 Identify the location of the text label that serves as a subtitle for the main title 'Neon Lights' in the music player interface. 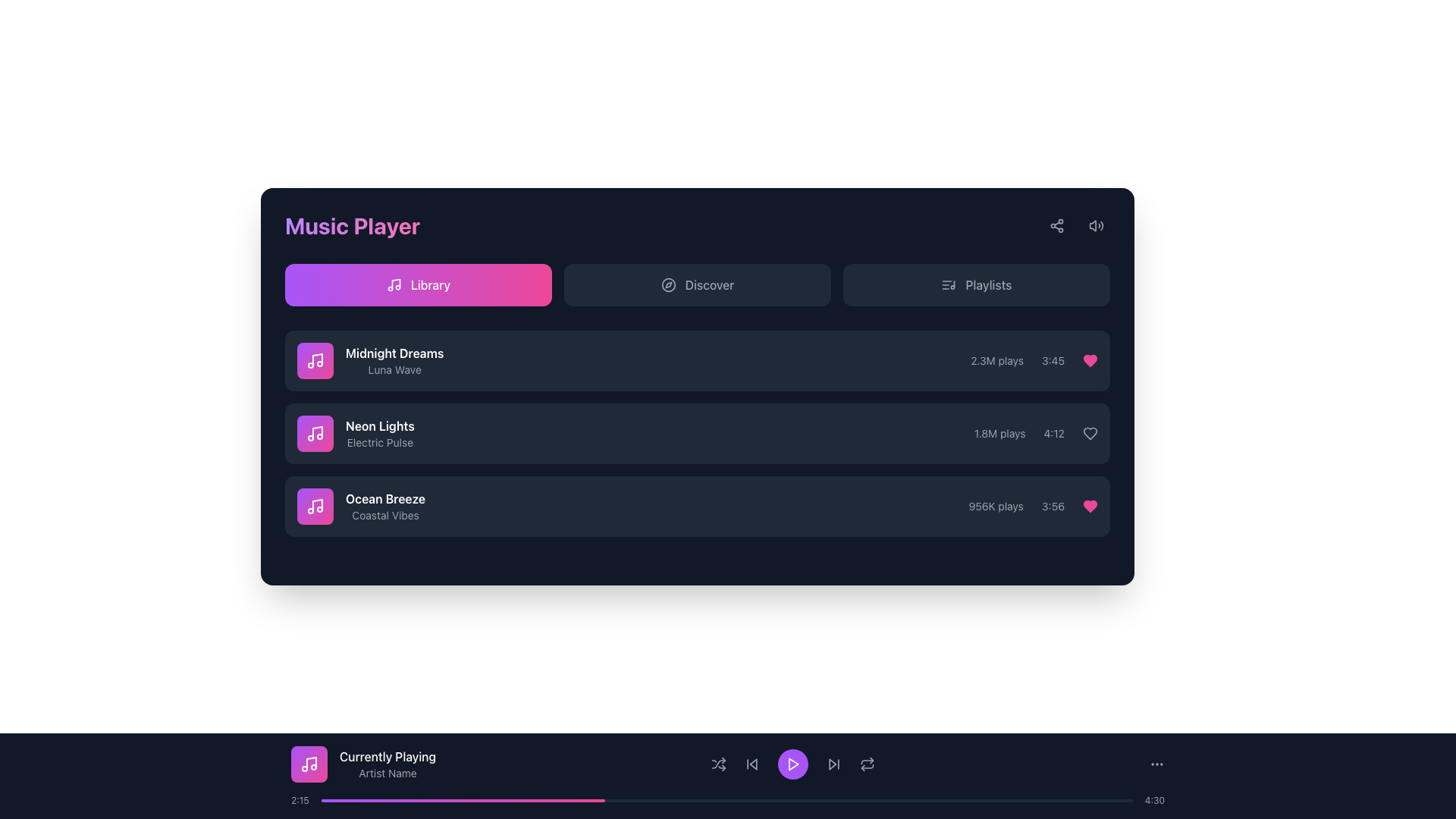
(380, 442).